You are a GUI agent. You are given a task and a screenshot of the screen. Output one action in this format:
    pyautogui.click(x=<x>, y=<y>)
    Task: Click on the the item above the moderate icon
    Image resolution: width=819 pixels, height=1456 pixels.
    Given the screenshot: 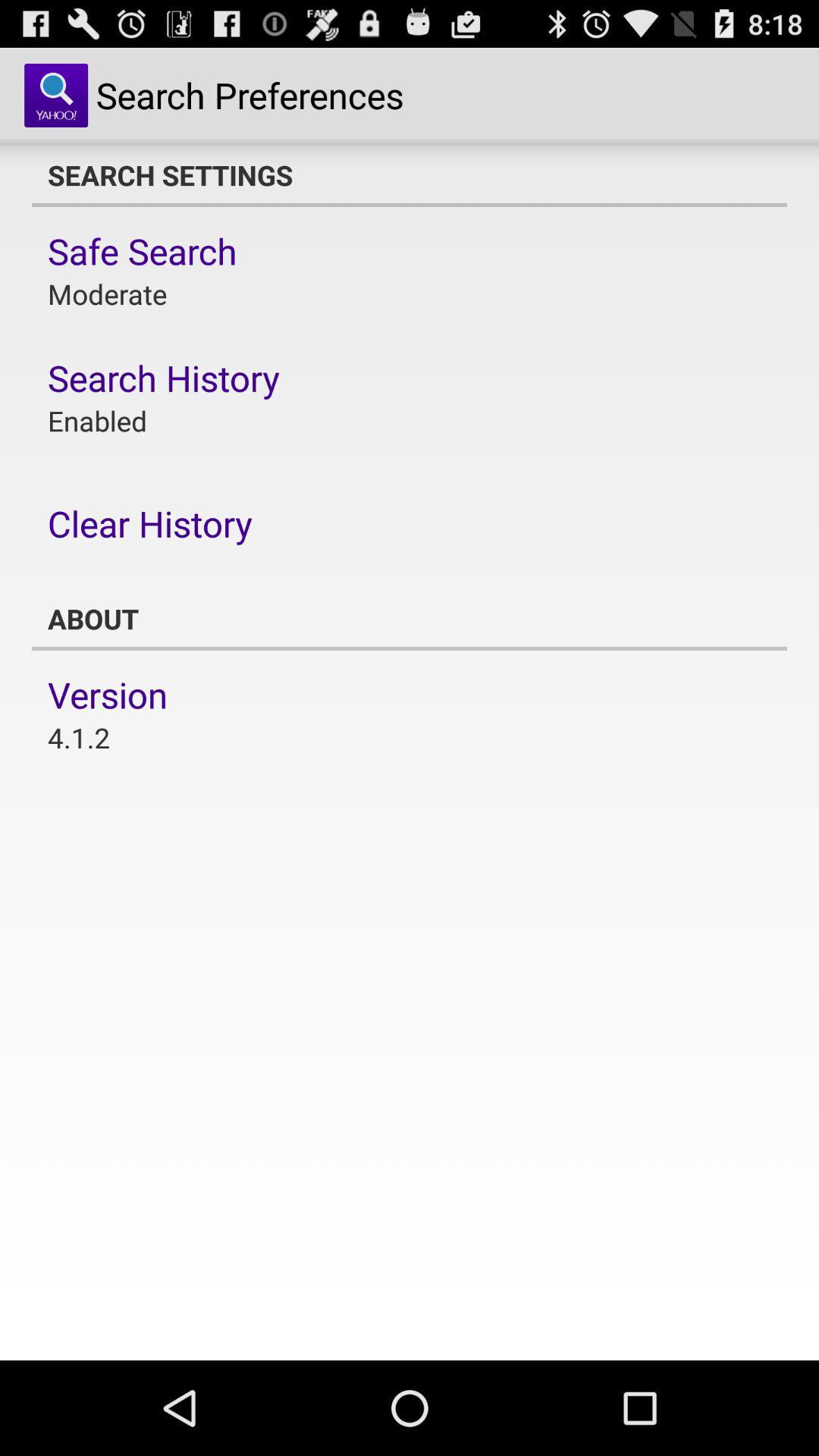 What is the action you would take?
    pyautogui.click(x=142, y=251)
    